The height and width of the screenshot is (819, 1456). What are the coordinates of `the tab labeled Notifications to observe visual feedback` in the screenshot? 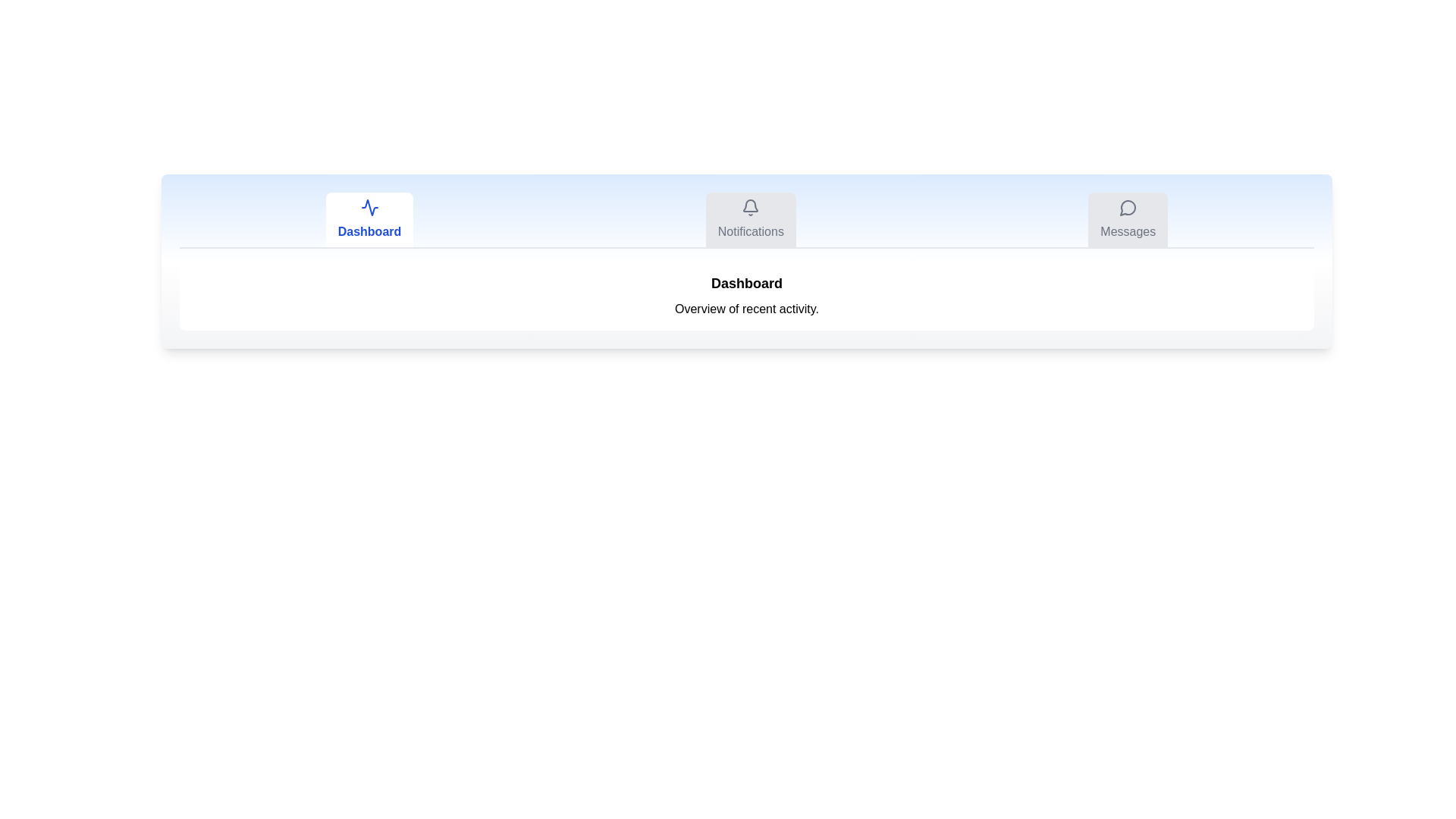 It's located at (751, 219).